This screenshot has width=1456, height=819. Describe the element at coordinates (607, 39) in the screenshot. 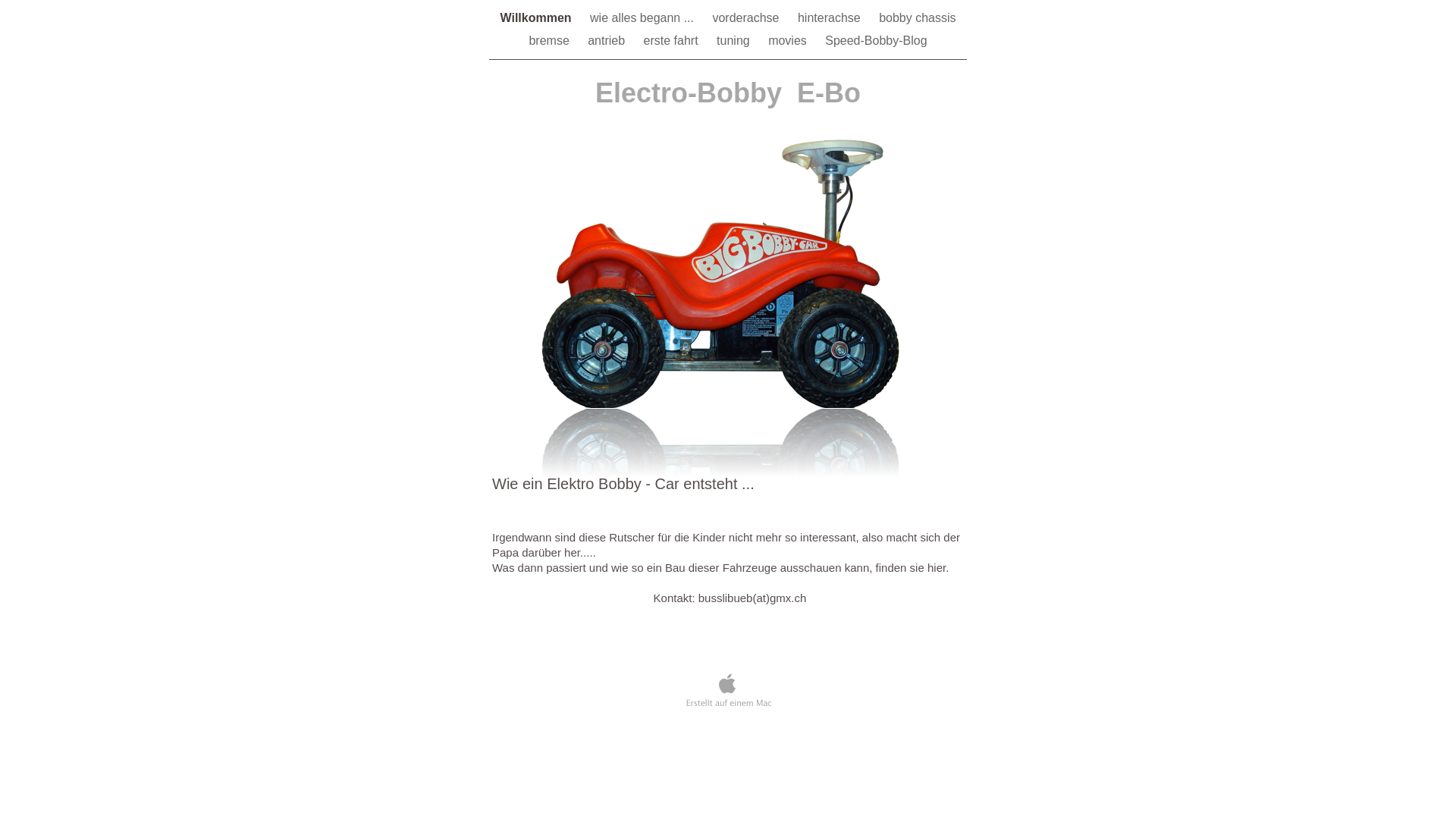

I see `'antrieb'` at that location.